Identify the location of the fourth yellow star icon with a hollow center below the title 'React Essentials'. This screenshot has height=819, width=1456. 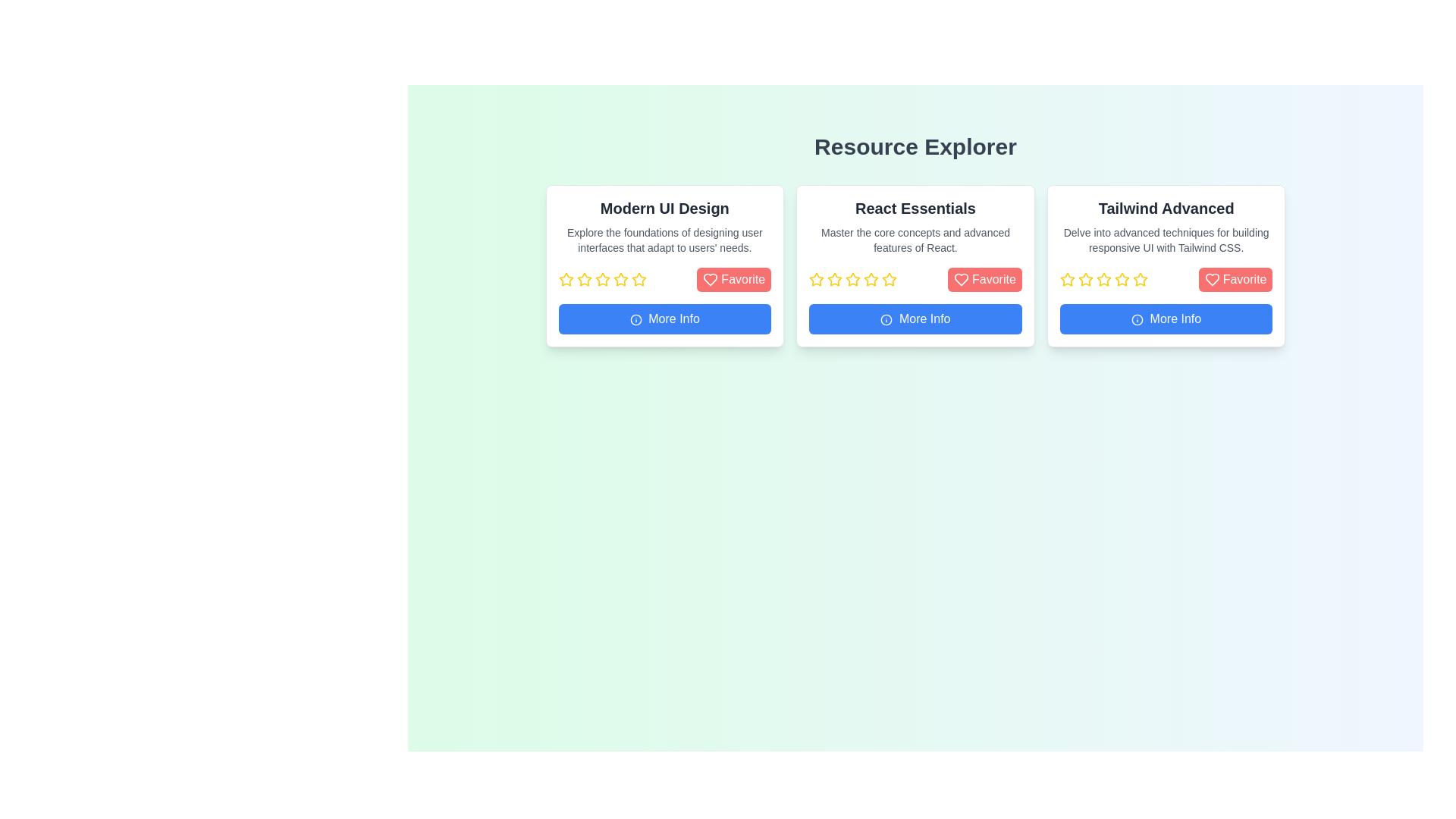
(853, 280).